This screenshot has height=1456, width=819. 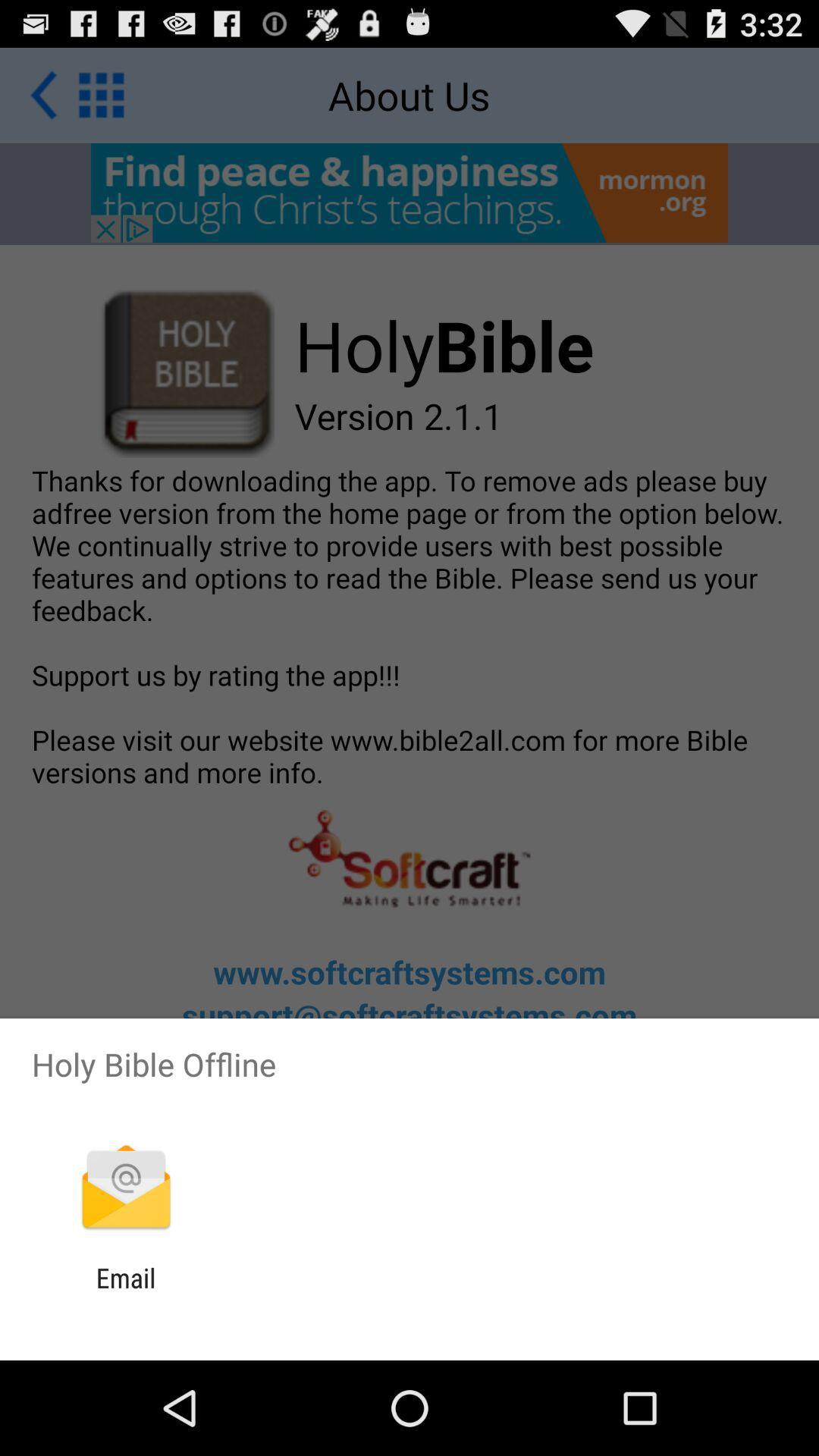 I want to click on the item above the email app, so click(x=125, y=1188).